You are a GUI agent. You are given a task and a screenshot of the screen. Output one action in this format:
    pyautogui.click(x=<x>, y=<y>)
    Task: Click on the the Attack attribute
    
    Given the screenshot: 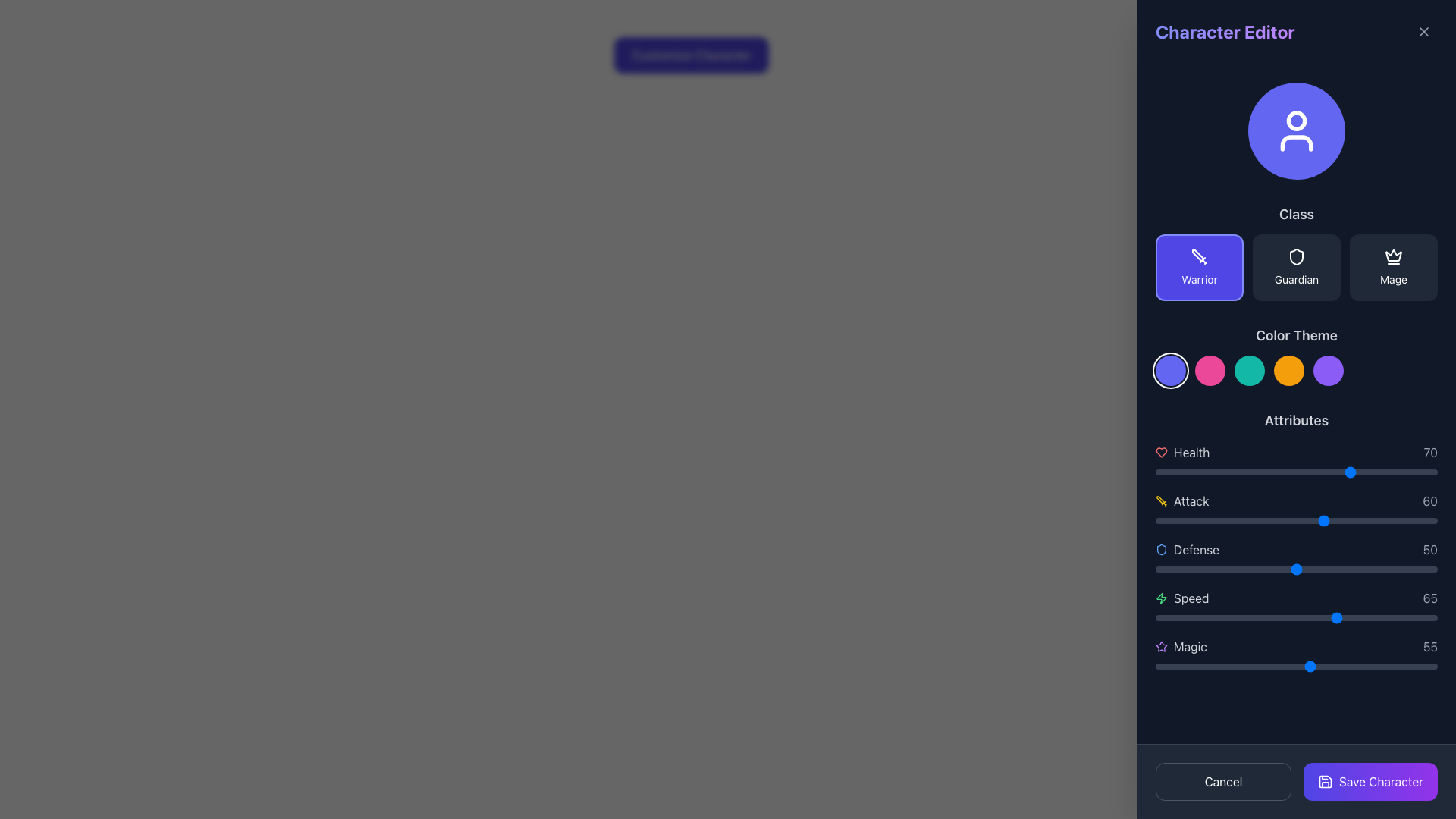 What is the action you would take?
    pyautogui.click(x=1381, y=519)
    